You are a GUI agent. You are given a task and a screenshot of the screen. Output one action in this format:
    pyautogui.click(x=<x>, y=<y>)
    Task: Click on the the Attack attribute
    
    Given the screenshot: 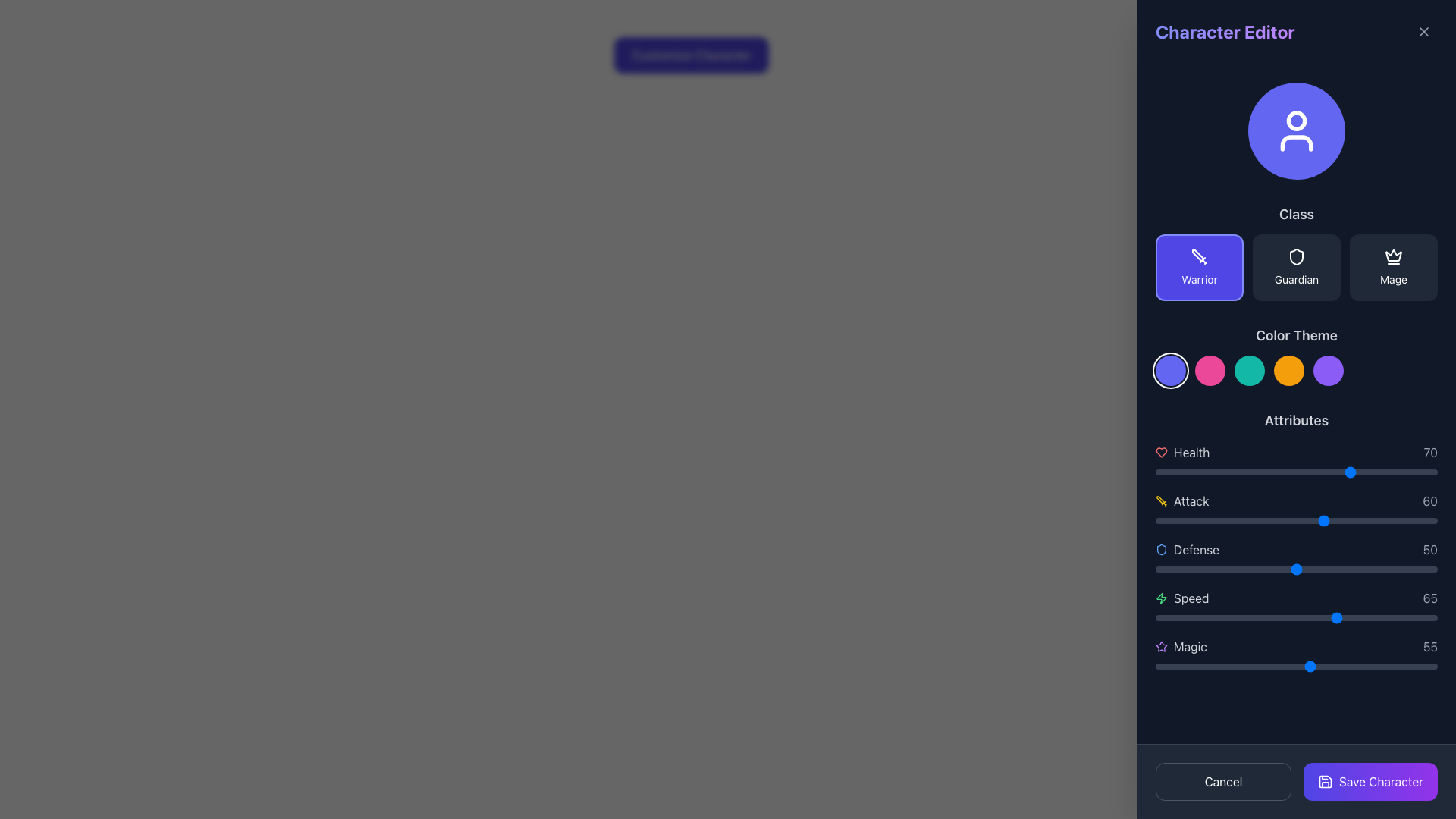 What is the action you would take?
    pyautogui.click(x=1381, y=519)
    